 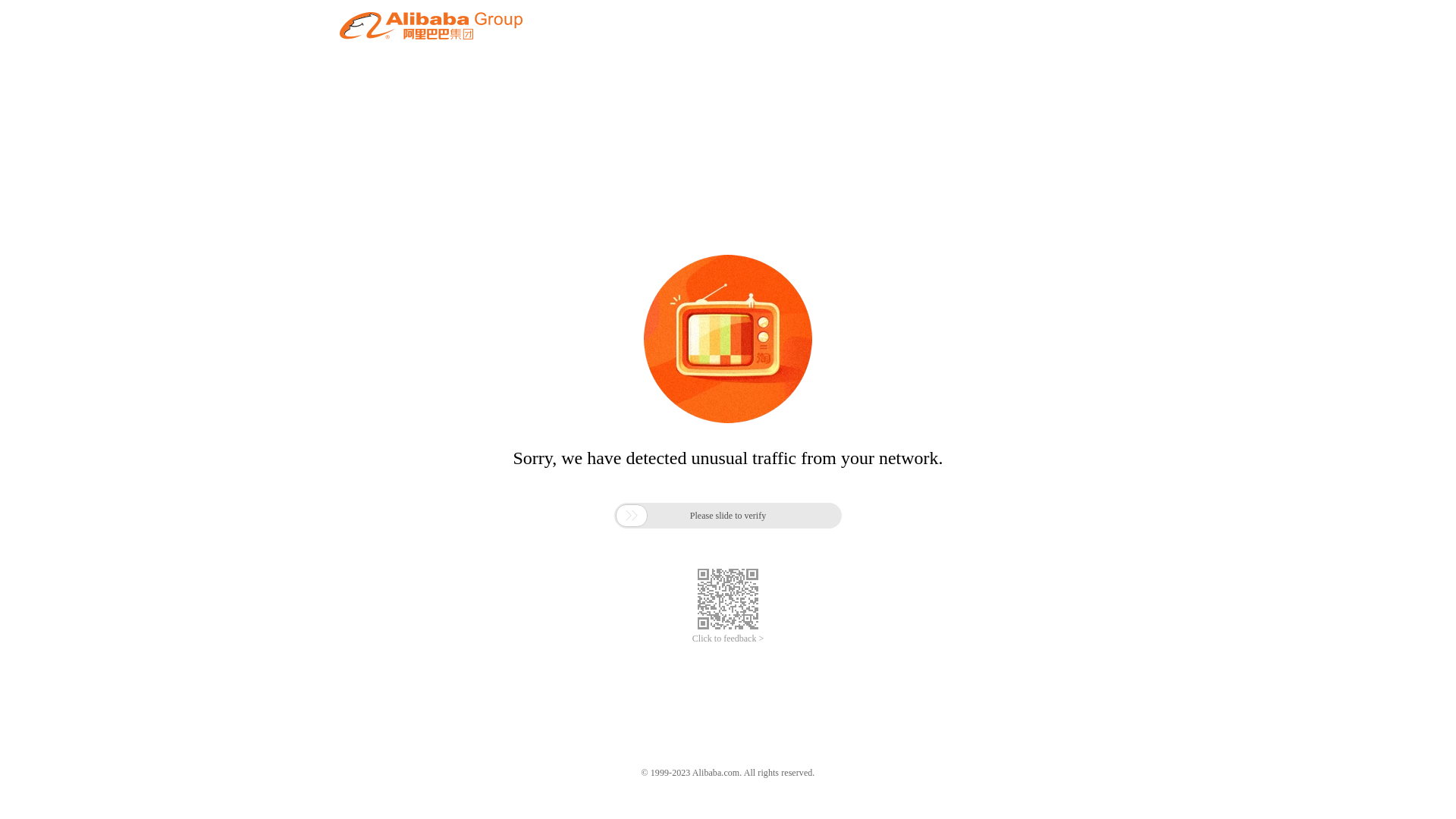 I want to click on 'Click to feedback >', so click(x=728, y=639).